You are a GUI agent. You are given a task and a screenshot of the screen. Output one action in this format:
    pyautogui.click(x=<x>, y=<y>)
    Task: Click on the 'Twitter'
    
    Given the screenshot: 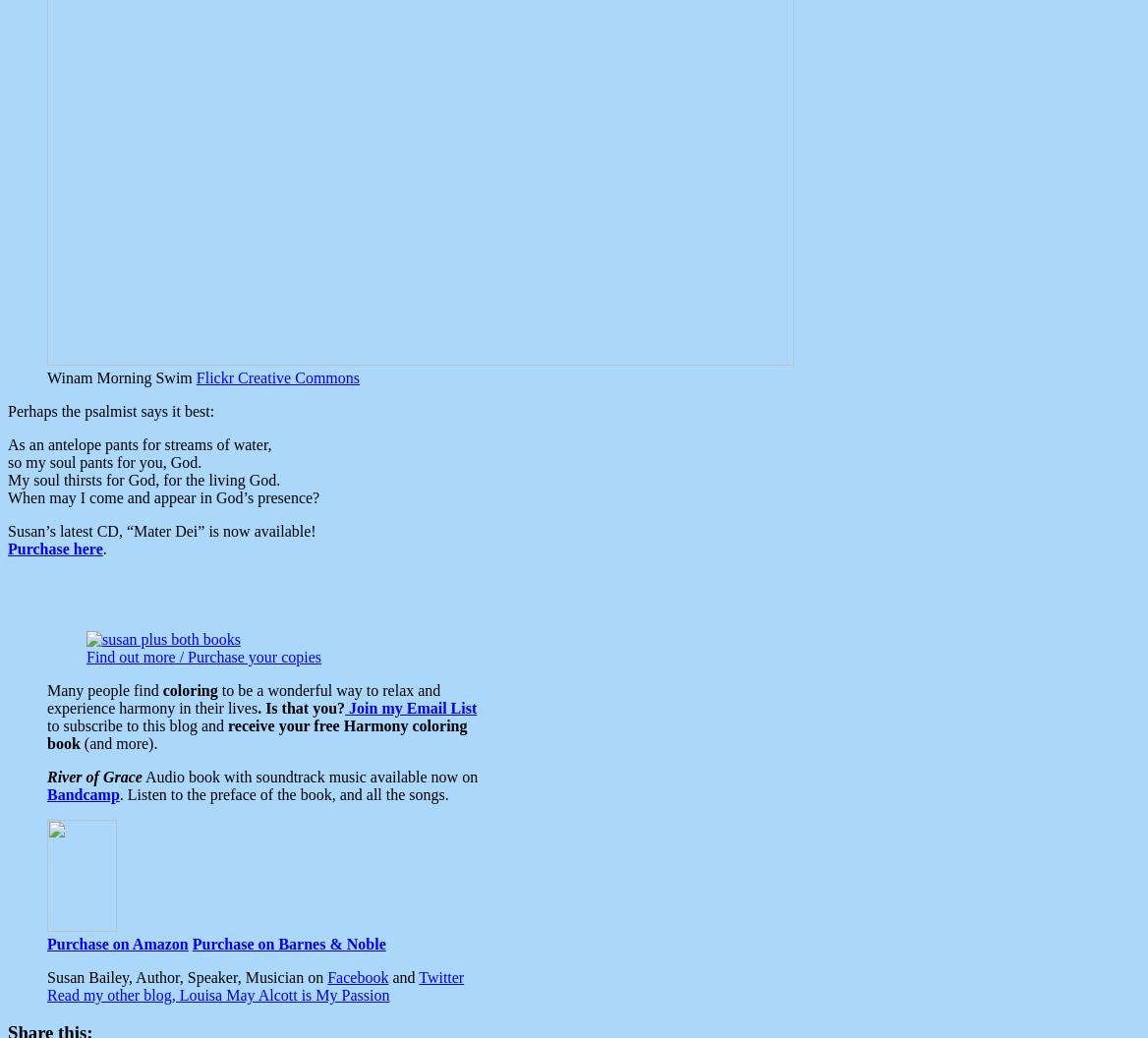 What is the action you would take?
    pyautogui.click(x=440, y=975)
    